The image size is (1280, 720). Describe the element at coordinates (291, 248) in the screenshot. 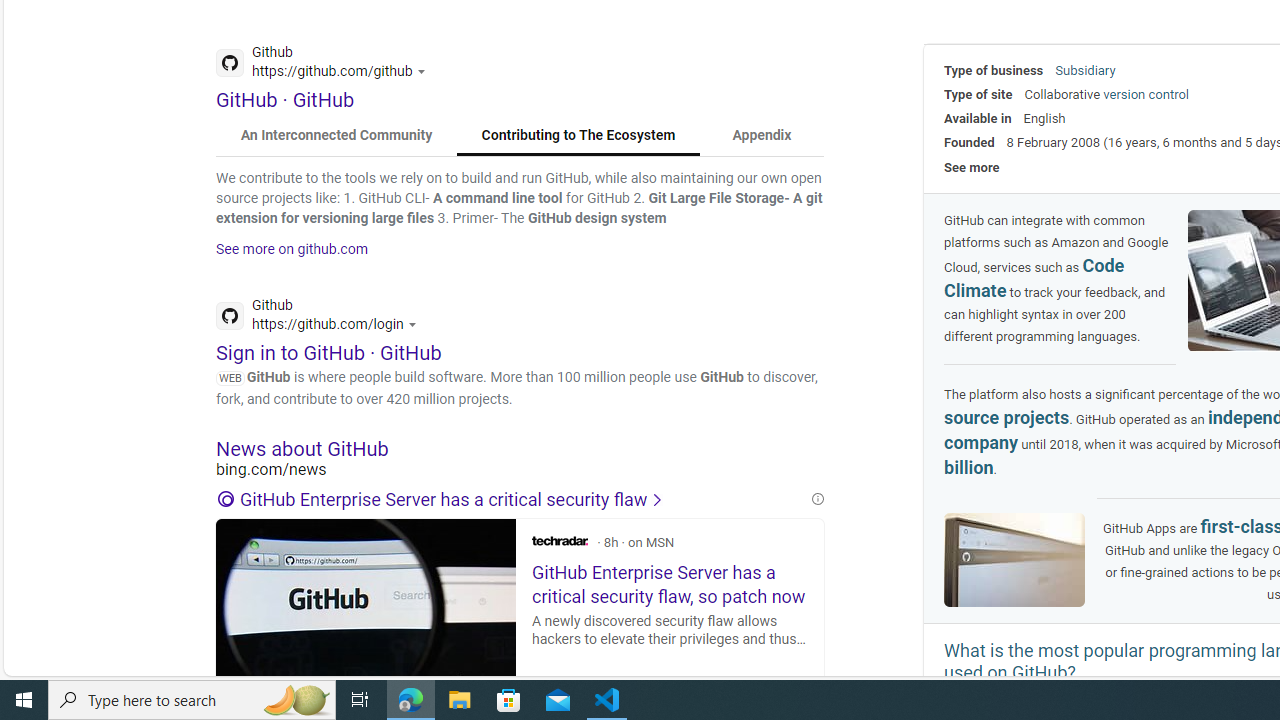

I see `'See more on github.com'` at that location.